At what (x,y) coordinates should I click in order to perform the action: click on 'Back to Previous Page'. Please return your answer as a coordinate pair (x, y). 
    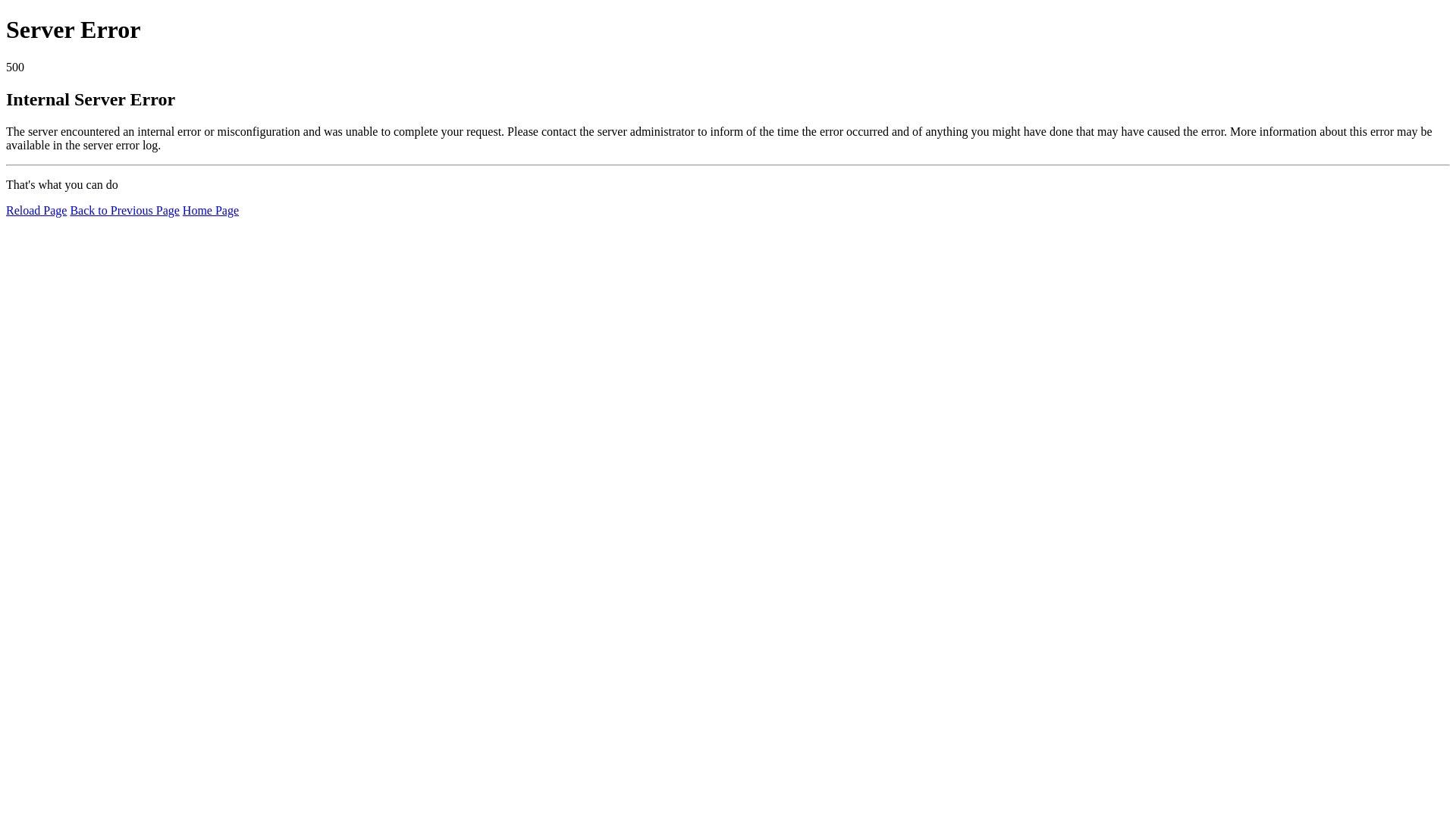
    Looking at the image, I should click on (68, 210).